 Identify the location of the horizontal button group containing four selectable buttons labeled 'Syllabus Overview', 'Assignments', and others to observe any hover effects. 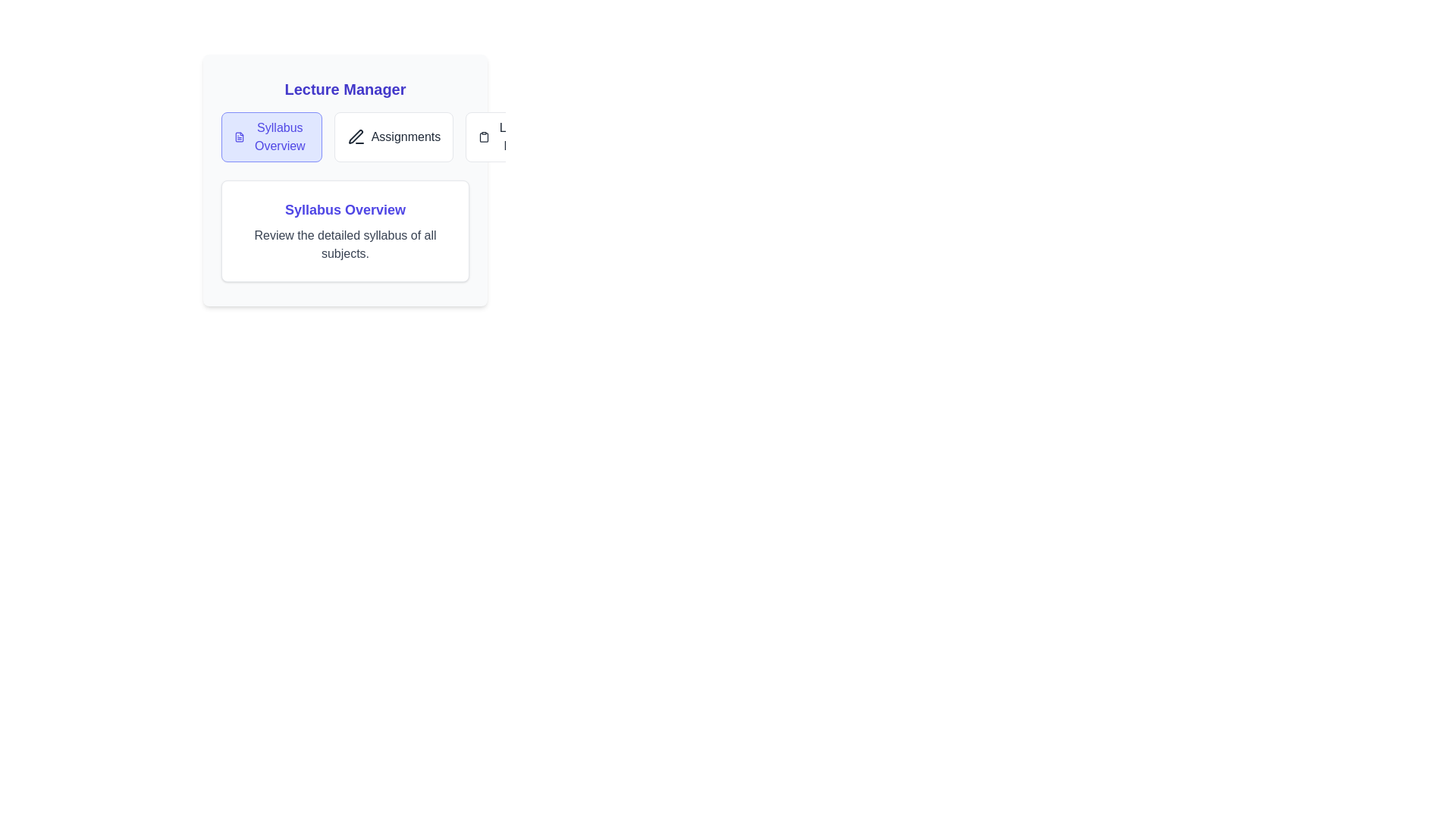
(344, 137).